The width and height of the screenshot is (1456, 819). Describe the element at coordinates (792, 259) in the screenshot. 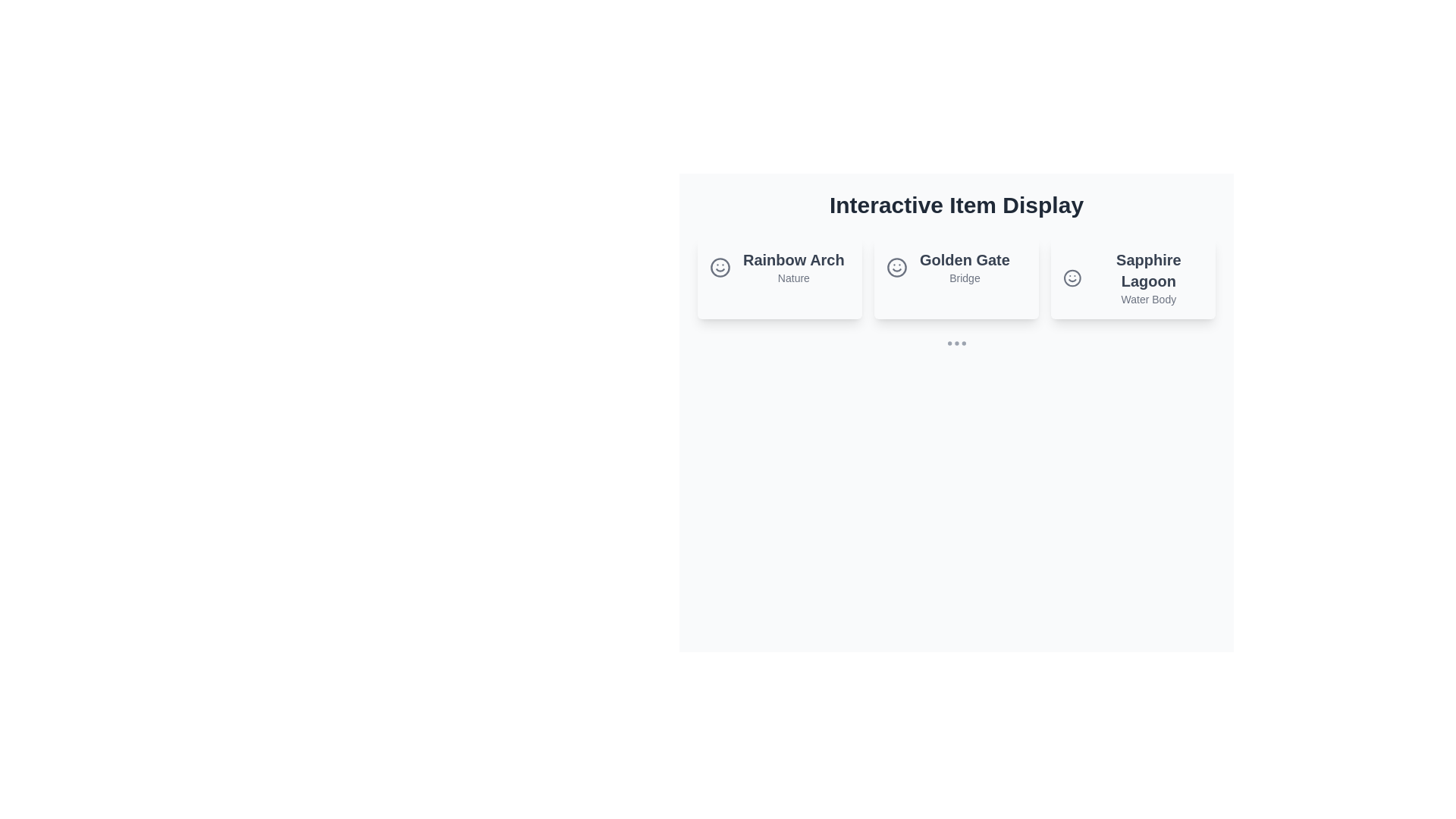

I see `the text label displaying 'Rainbow Arch', which is styled in bold and large font, positioned above the smaller text 'Nature' within a card-like structure` at that location.